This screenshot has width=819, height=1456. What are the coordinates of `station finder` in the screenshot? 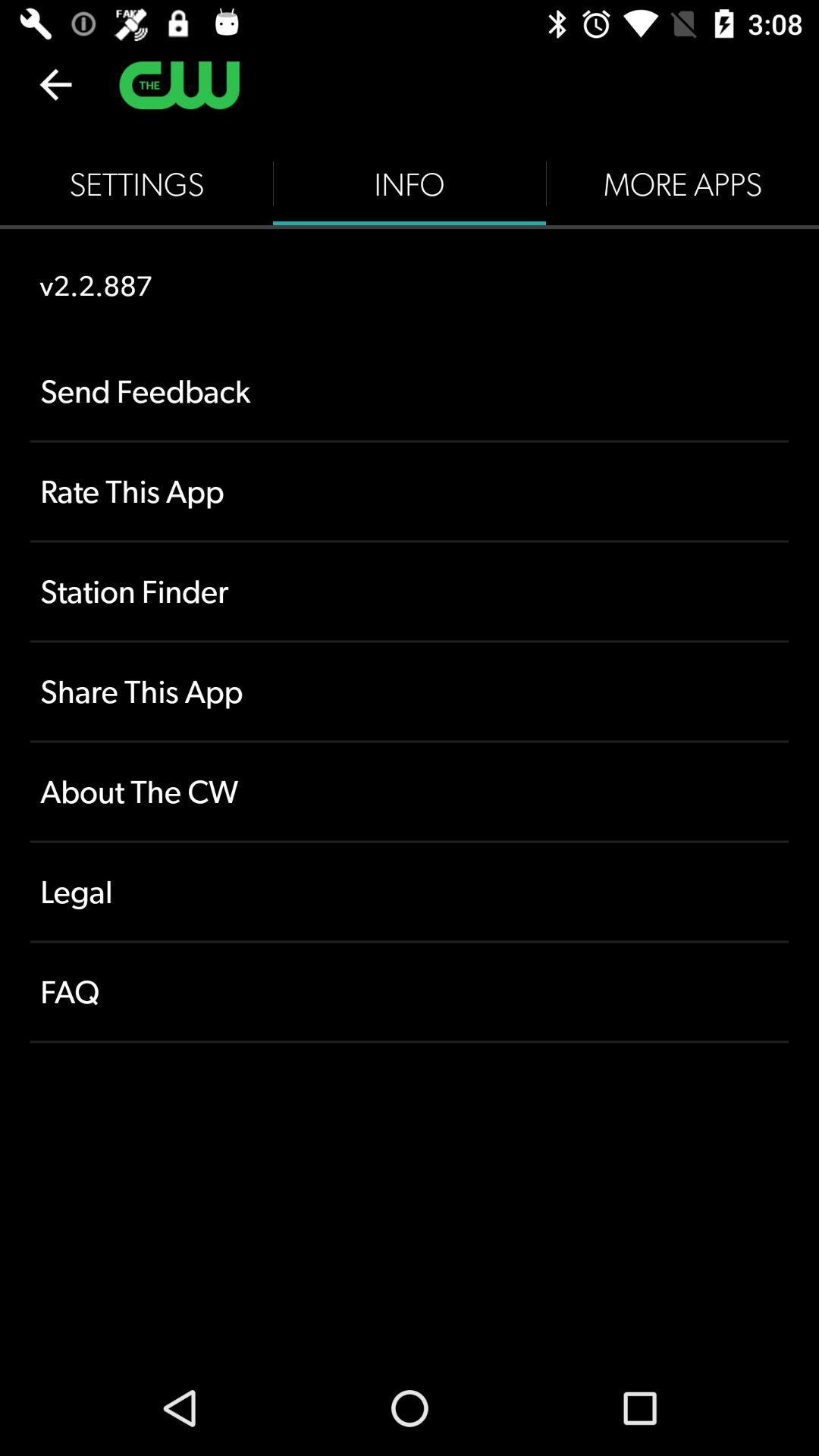 It's located at (409, 590).